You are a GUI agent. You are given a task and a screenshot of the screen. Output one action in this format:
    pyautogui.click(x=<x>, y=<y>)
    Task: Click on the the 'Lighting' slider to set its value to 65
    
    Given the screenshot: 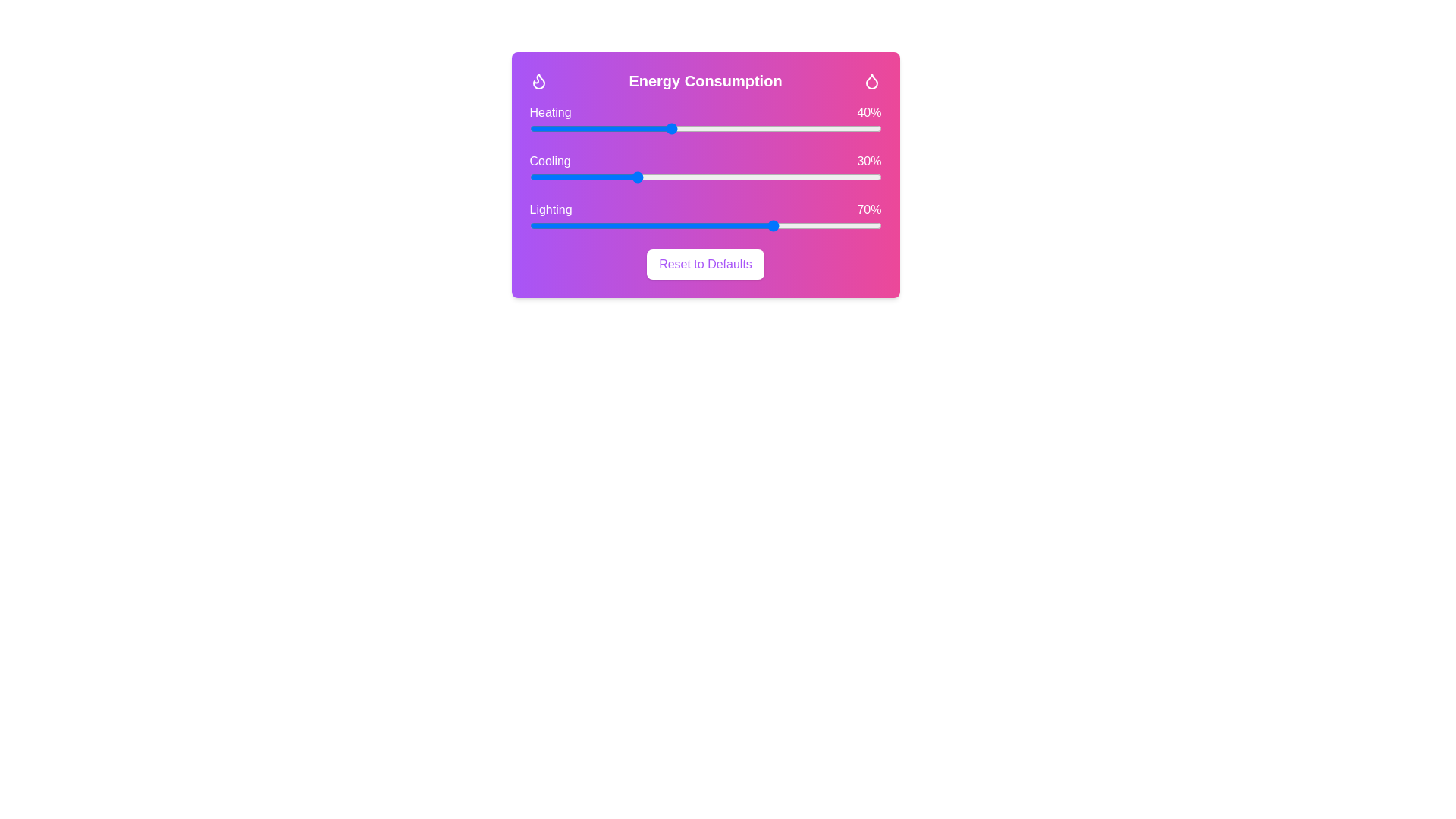 What is the action you would take?
    pyautogui.click(x=758, y=225)
    